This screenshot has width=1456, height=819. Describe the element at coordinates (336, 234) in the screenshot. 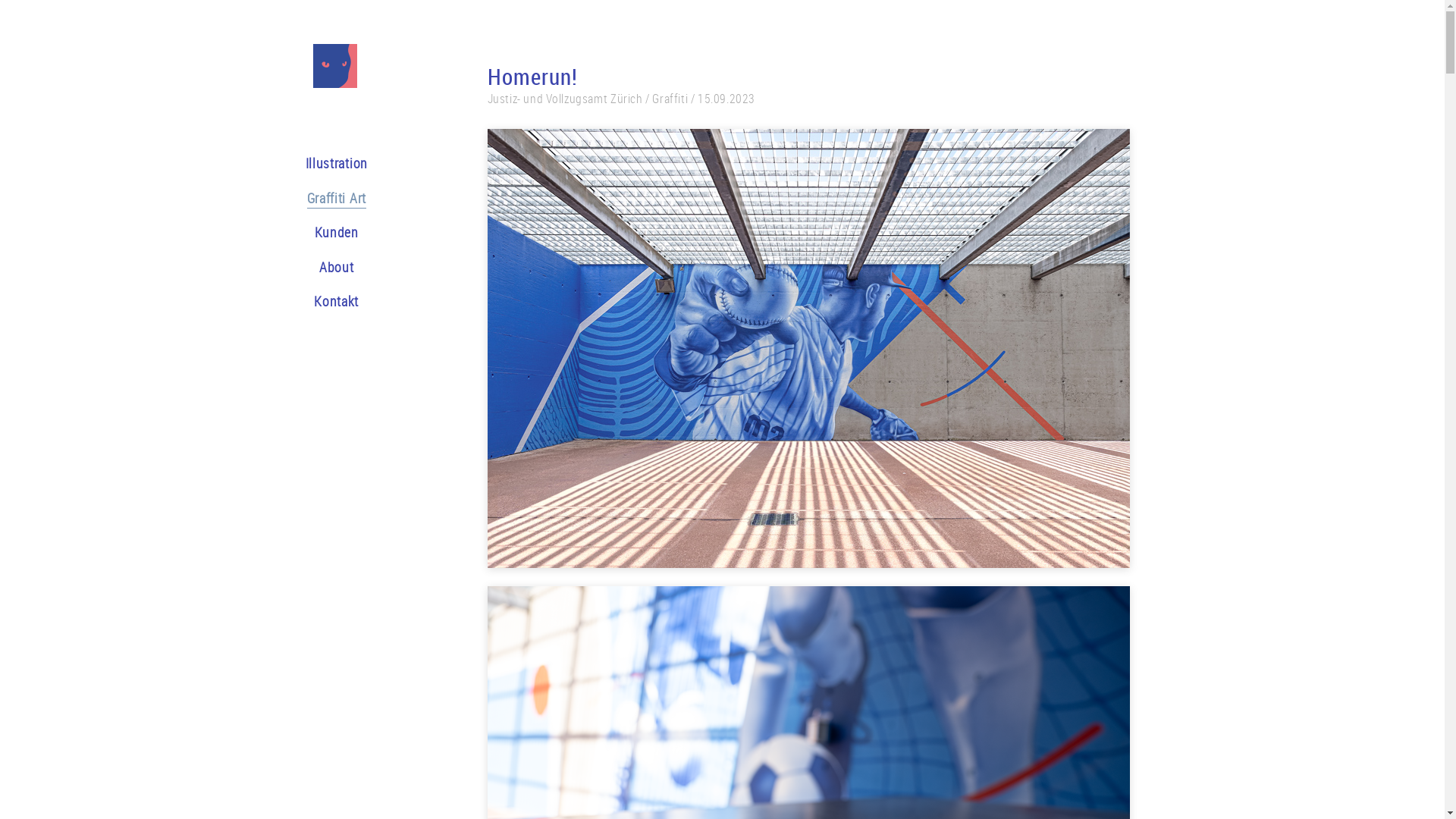

I see `'Kunden'` at that location.